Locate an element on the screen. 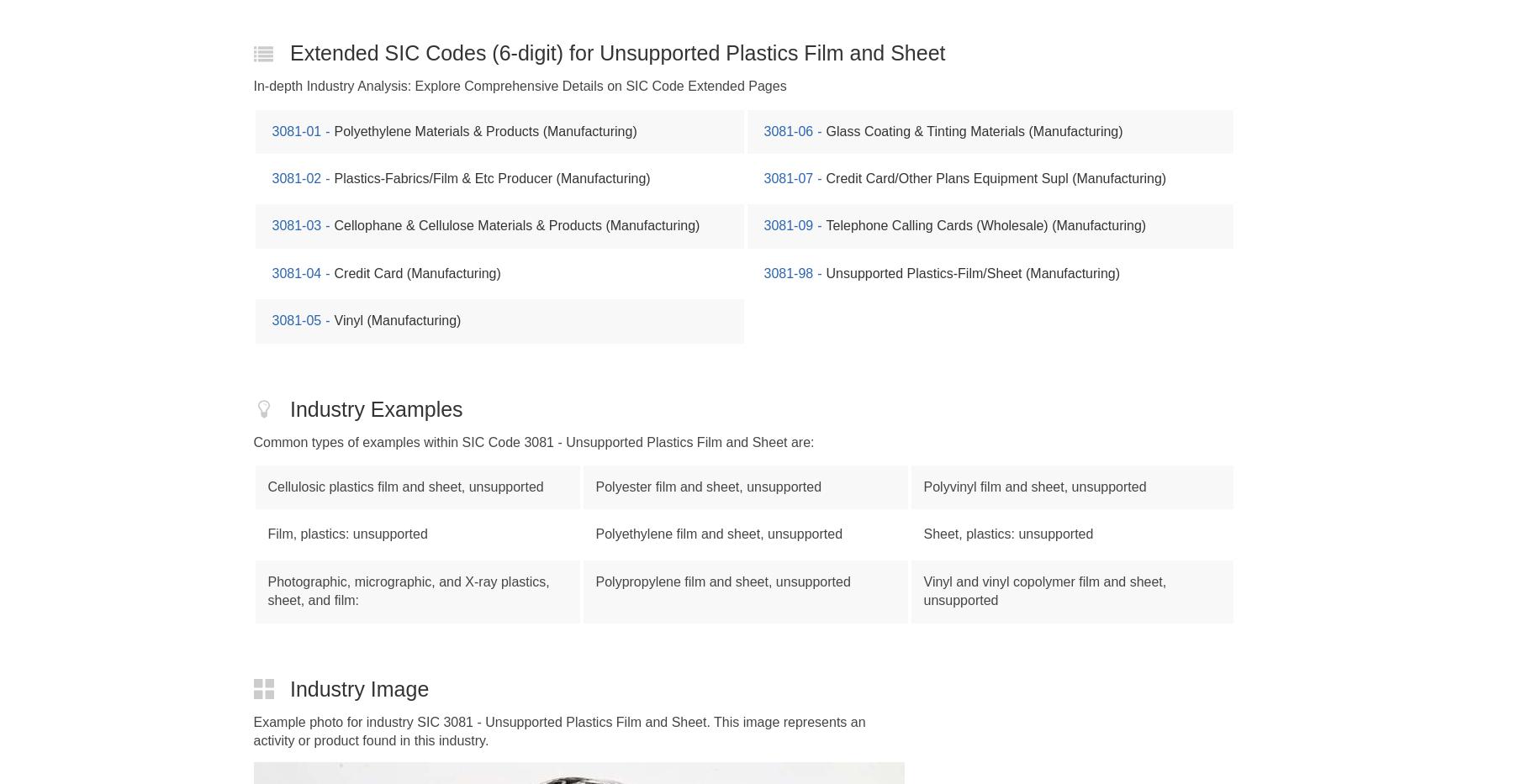 This screenshot has width=1516, height=784. 'Cellulosic plastics film and sheet, unsupported' is located at coordinates (404, 487).